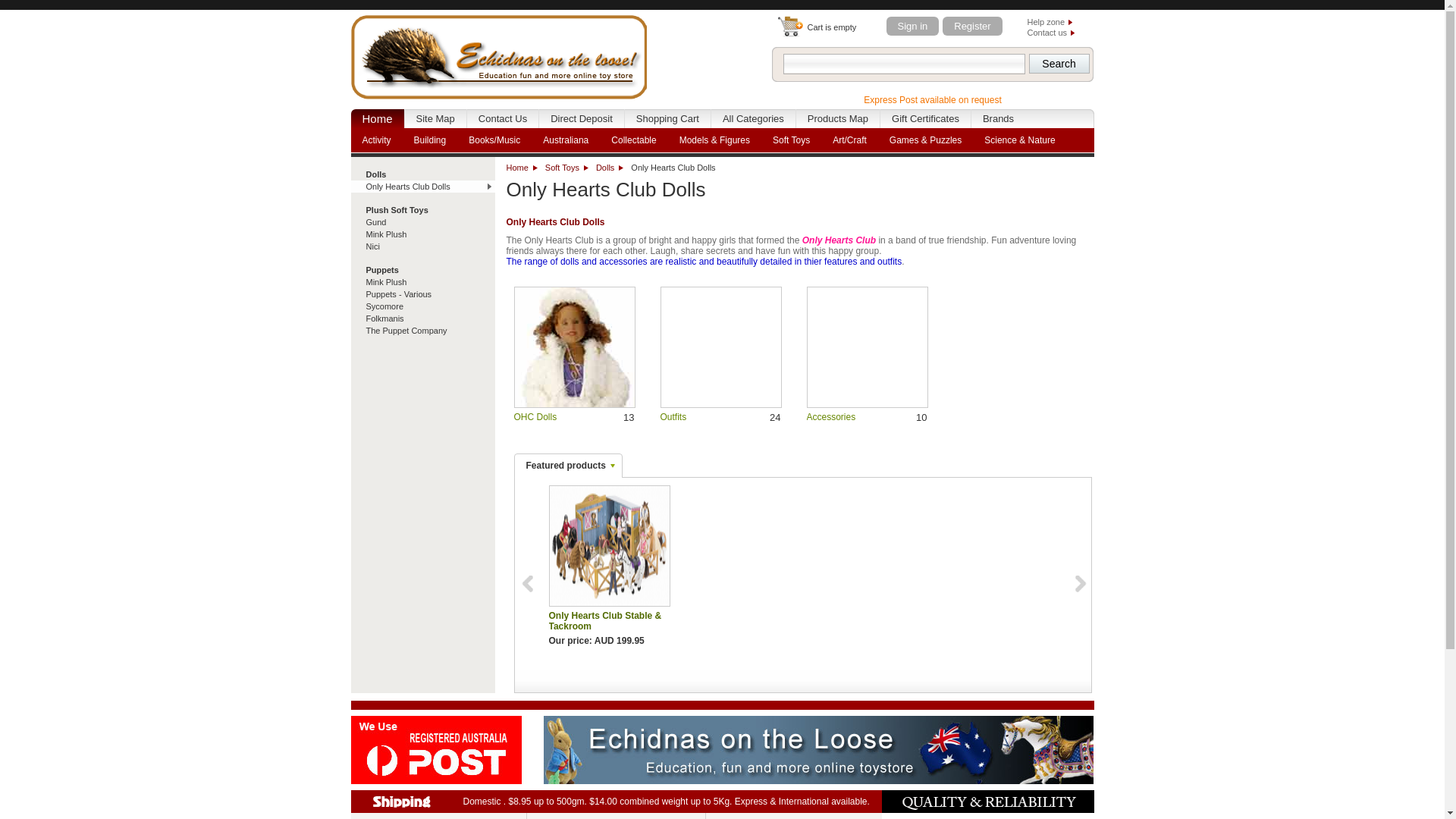 The image size is (1456, 819). I want to click on 'Echidnas on the loose', so click(498, 54).